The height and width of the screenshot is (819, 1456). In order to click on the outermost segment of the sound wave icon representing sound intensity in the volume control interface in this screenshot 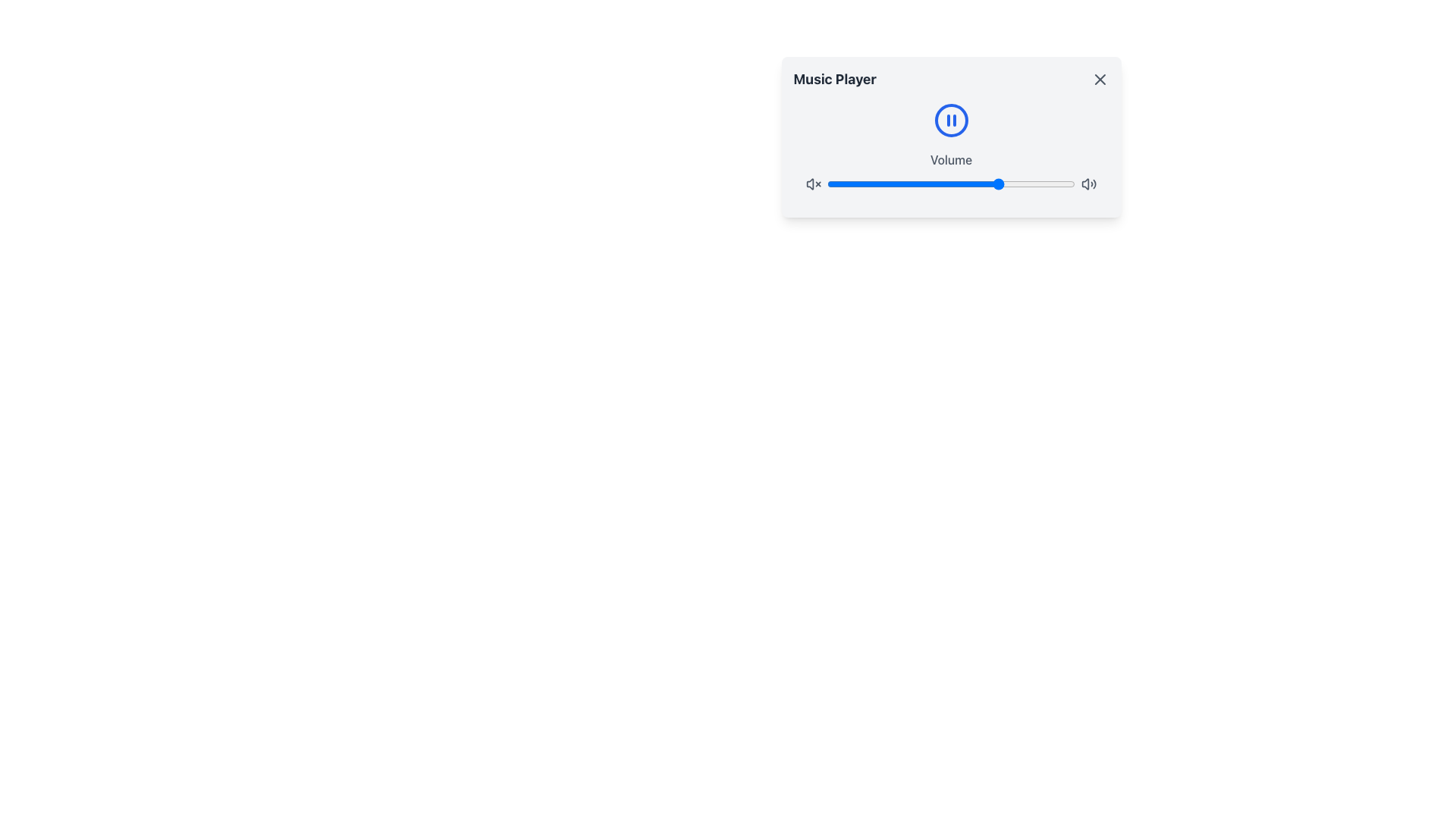, I will do `click(1094, 184)`.